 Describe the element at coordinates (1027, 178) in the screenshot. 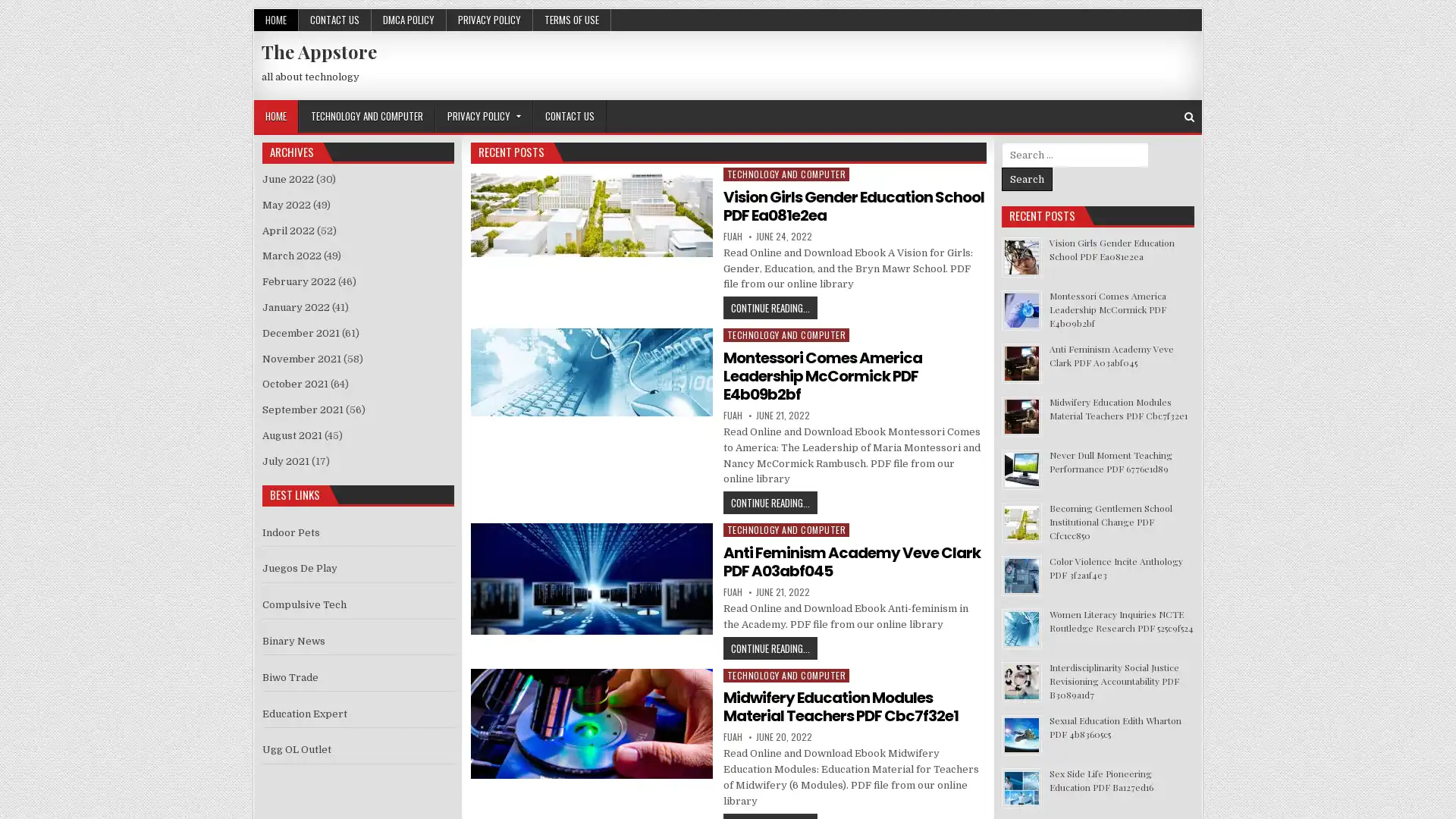

I see `Search` at that location.